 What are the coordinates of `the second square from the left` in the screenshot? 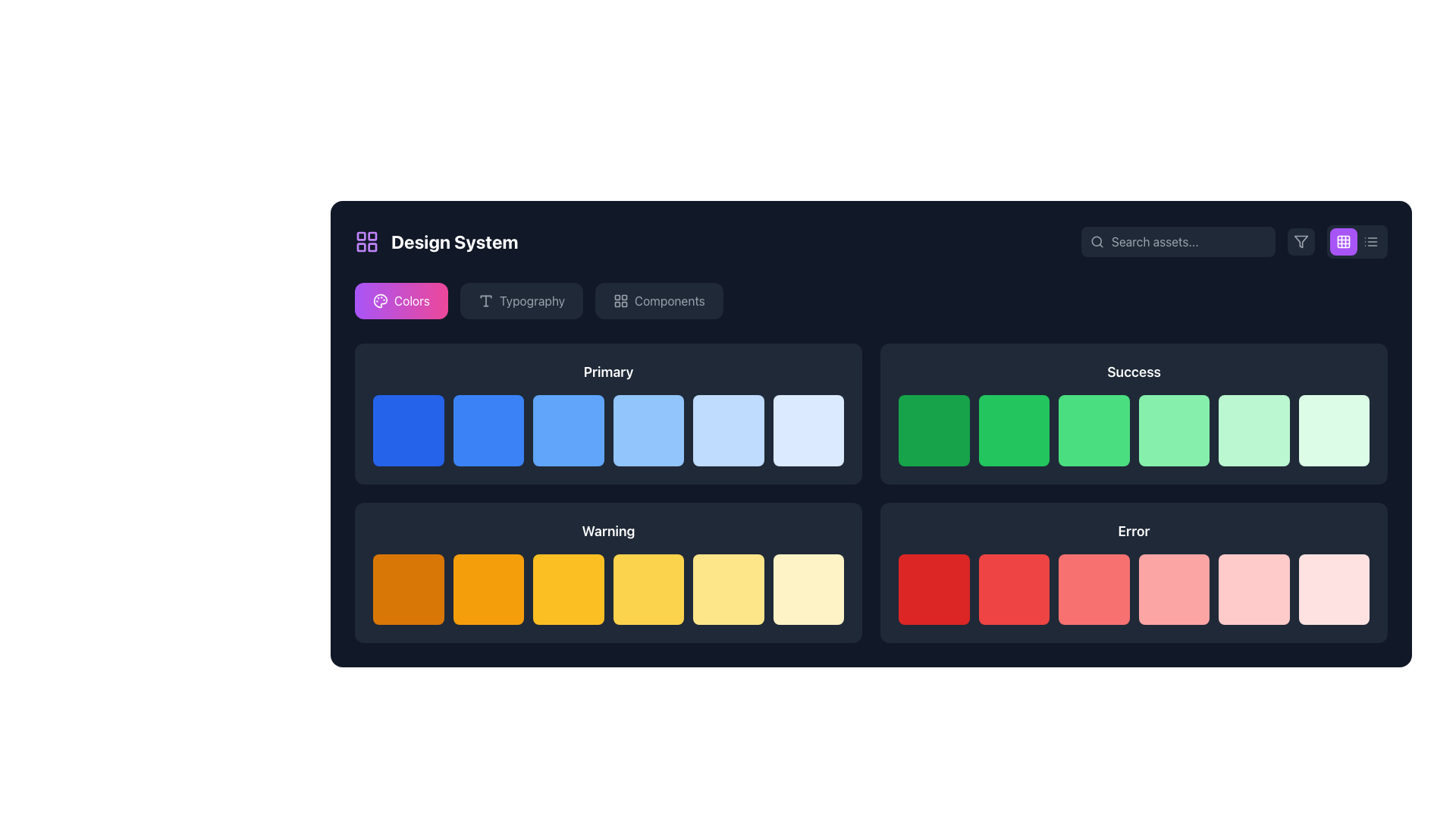 It's located at (1014, 430).